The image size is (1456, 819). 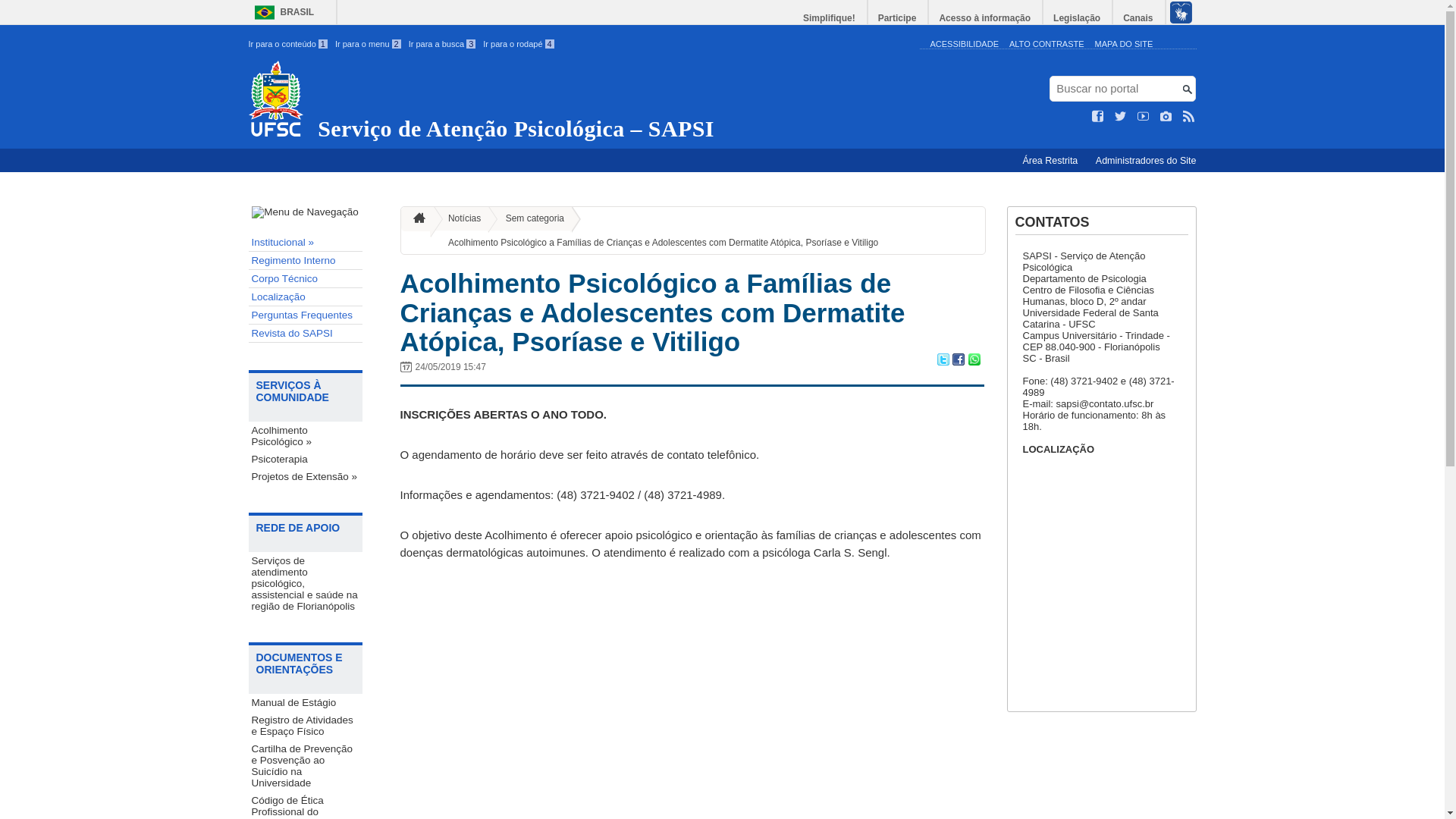 What do you see at coordinates (305, 315) in the screenshot?
I see `'Perguntas Frequentes'` at bounding box center [305, 315].